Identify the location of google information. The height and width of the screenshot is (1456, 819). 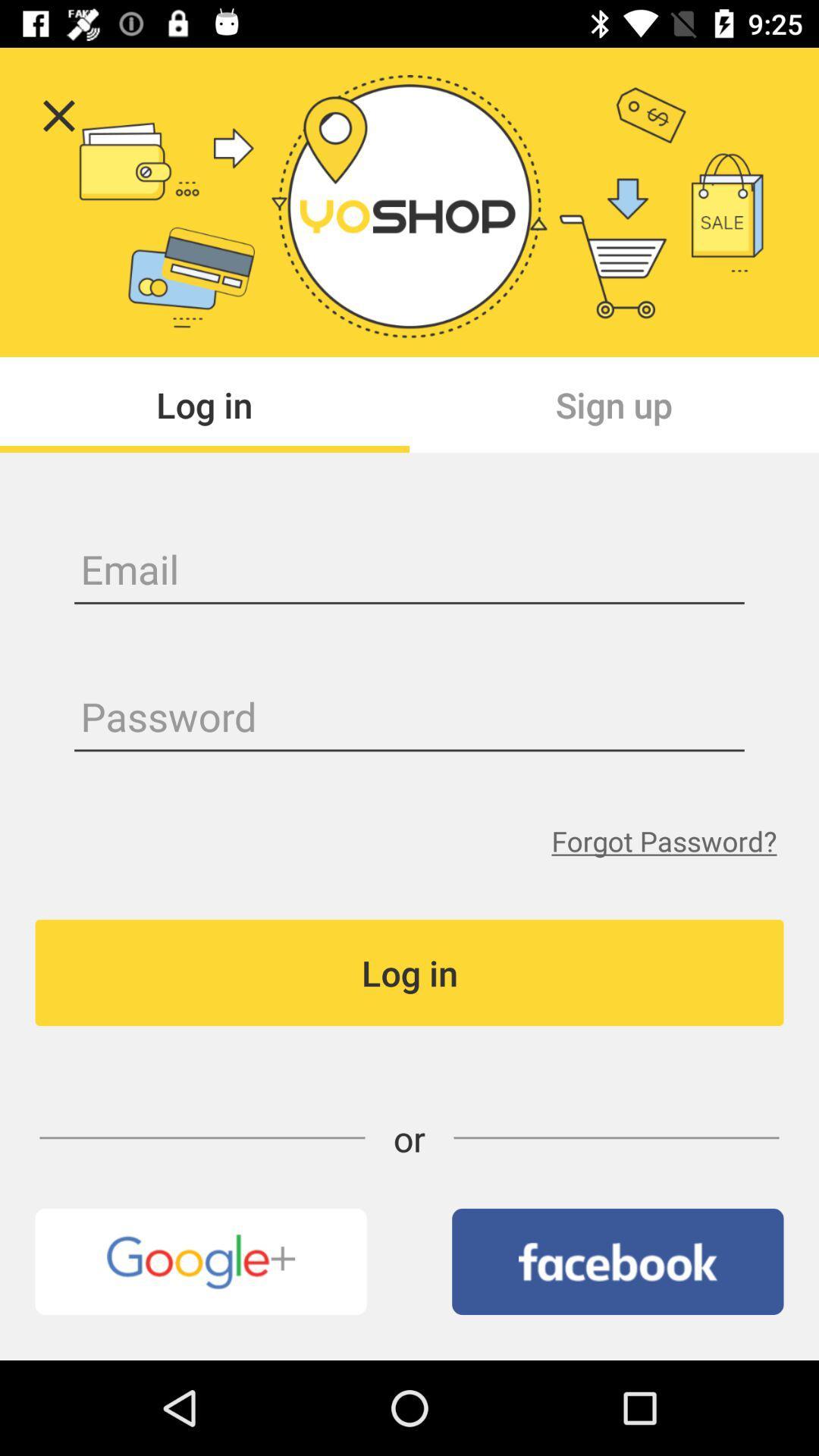
(200, 1261).